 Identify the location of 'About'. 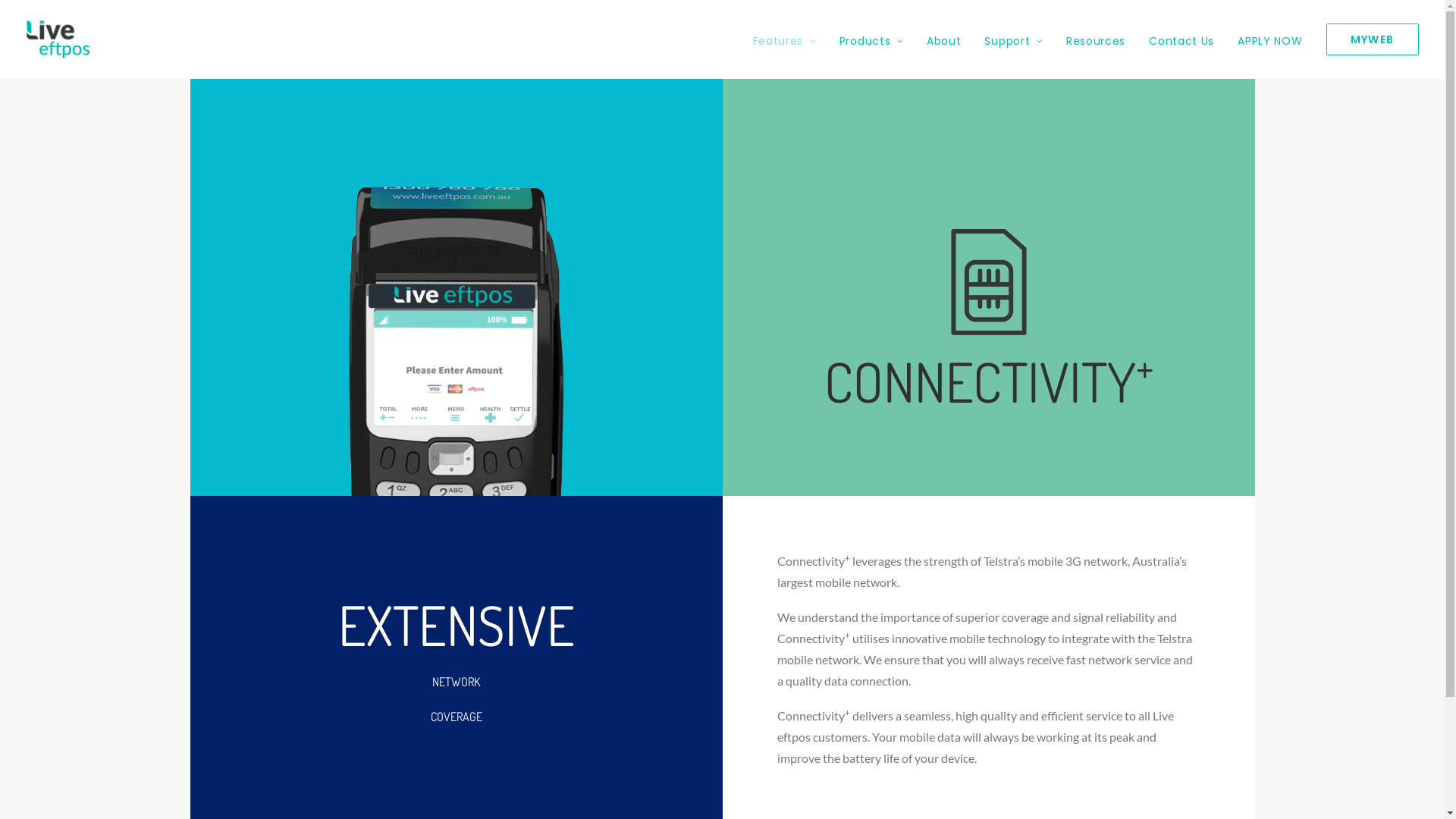
(915, 38).